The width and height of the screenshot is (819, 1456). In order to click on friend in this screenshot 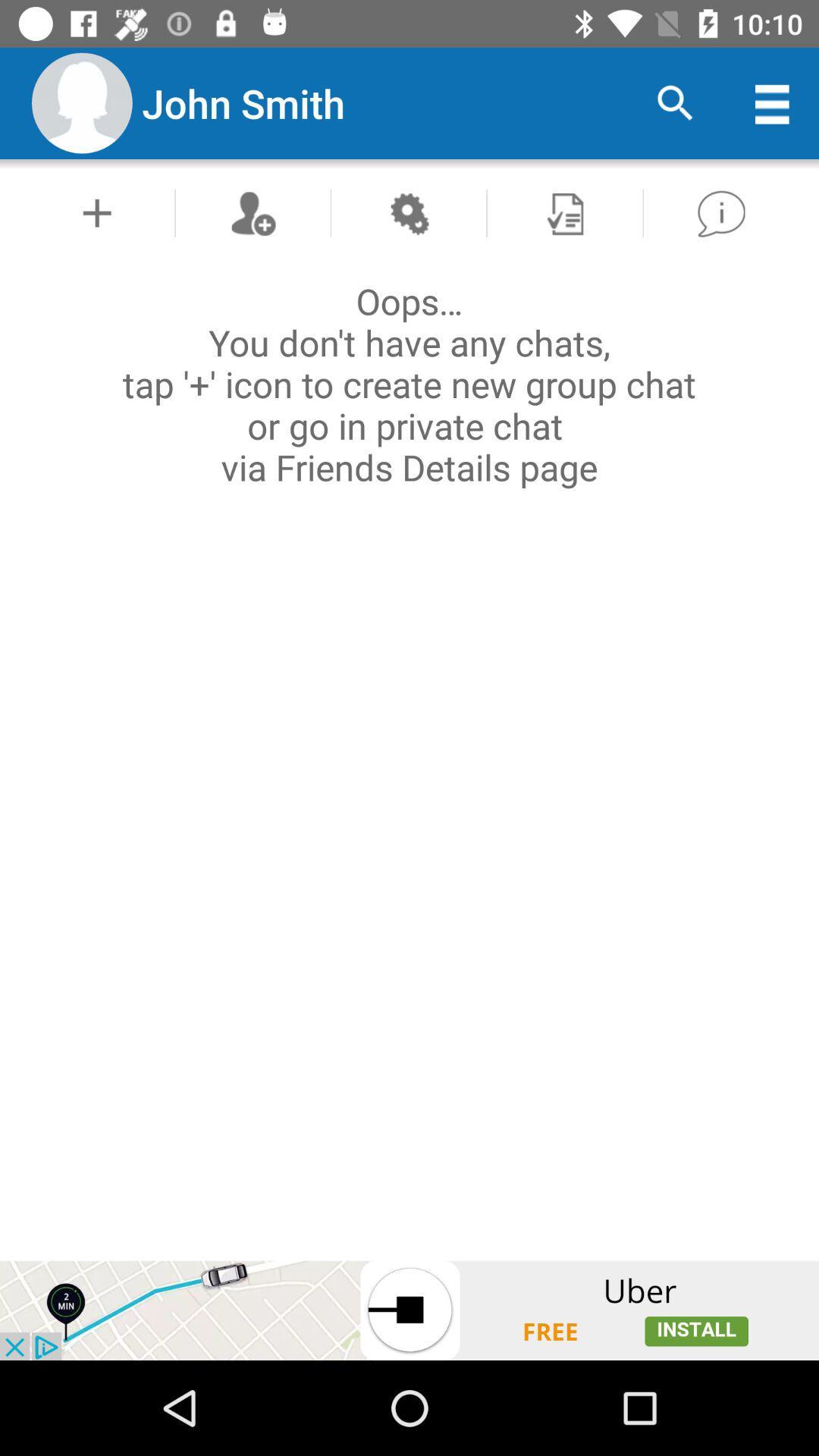, I will do `click(252, 212)`.